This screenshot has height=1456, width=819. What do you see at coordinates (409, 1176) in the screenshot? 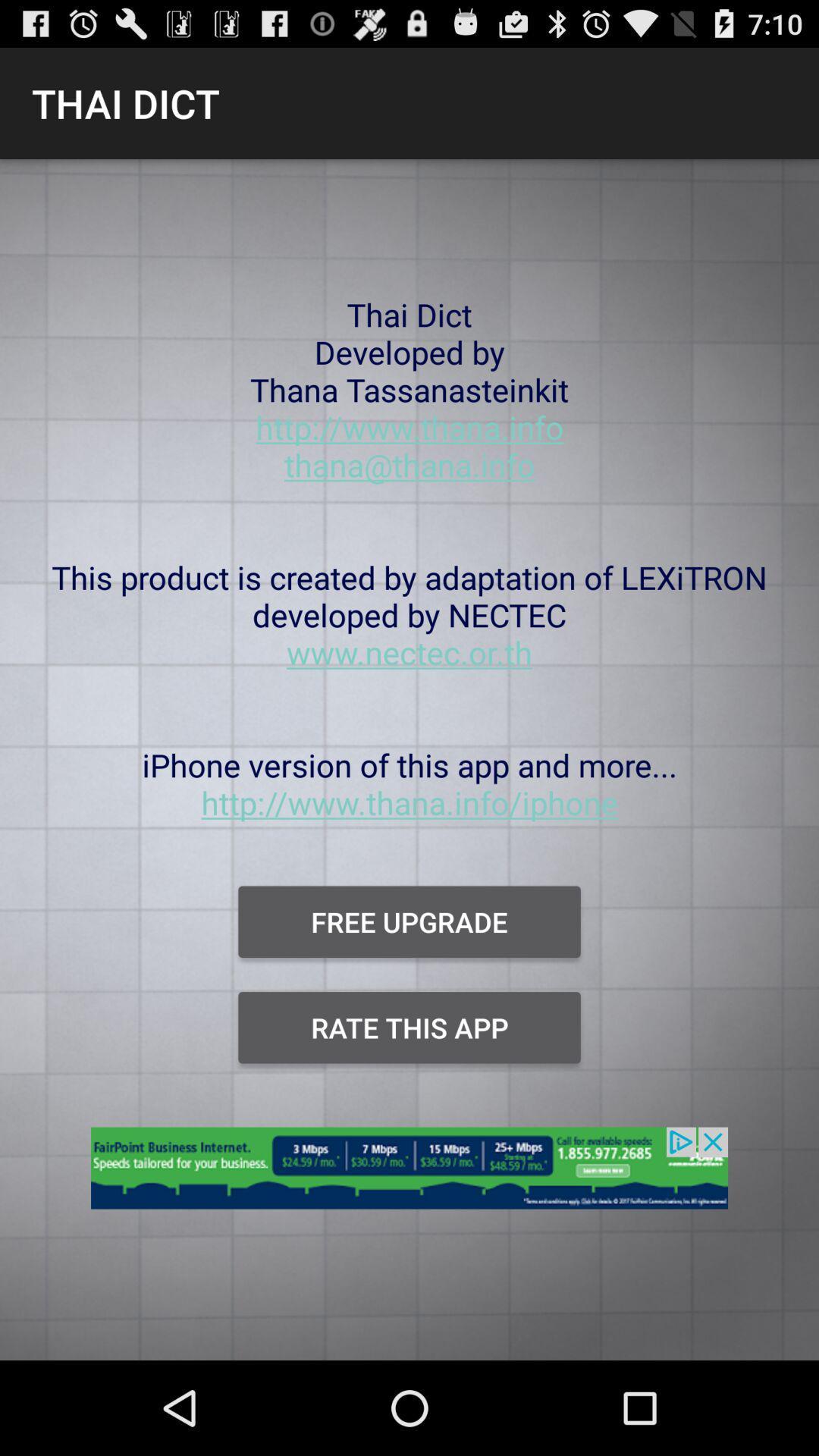
I see `open advertisement` at bounding box center [409, 1176].